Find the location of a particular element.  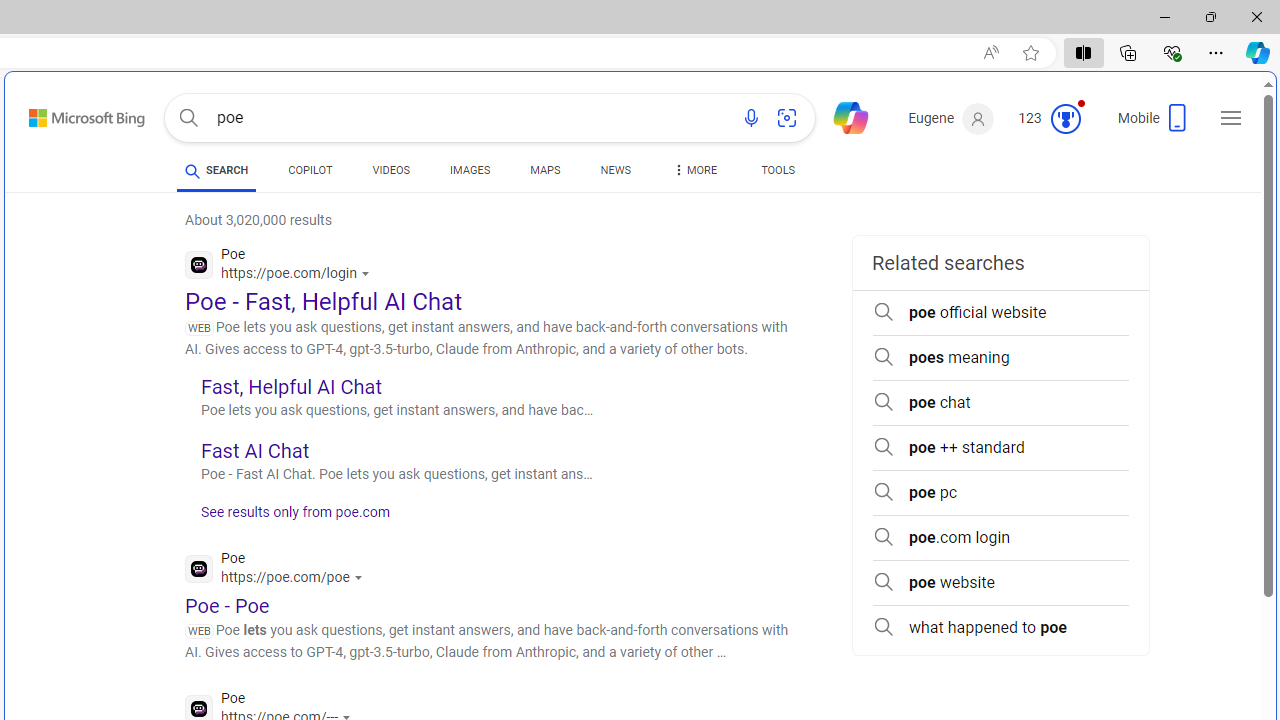

'VIDEOS' is located at coordinates (391, 170).